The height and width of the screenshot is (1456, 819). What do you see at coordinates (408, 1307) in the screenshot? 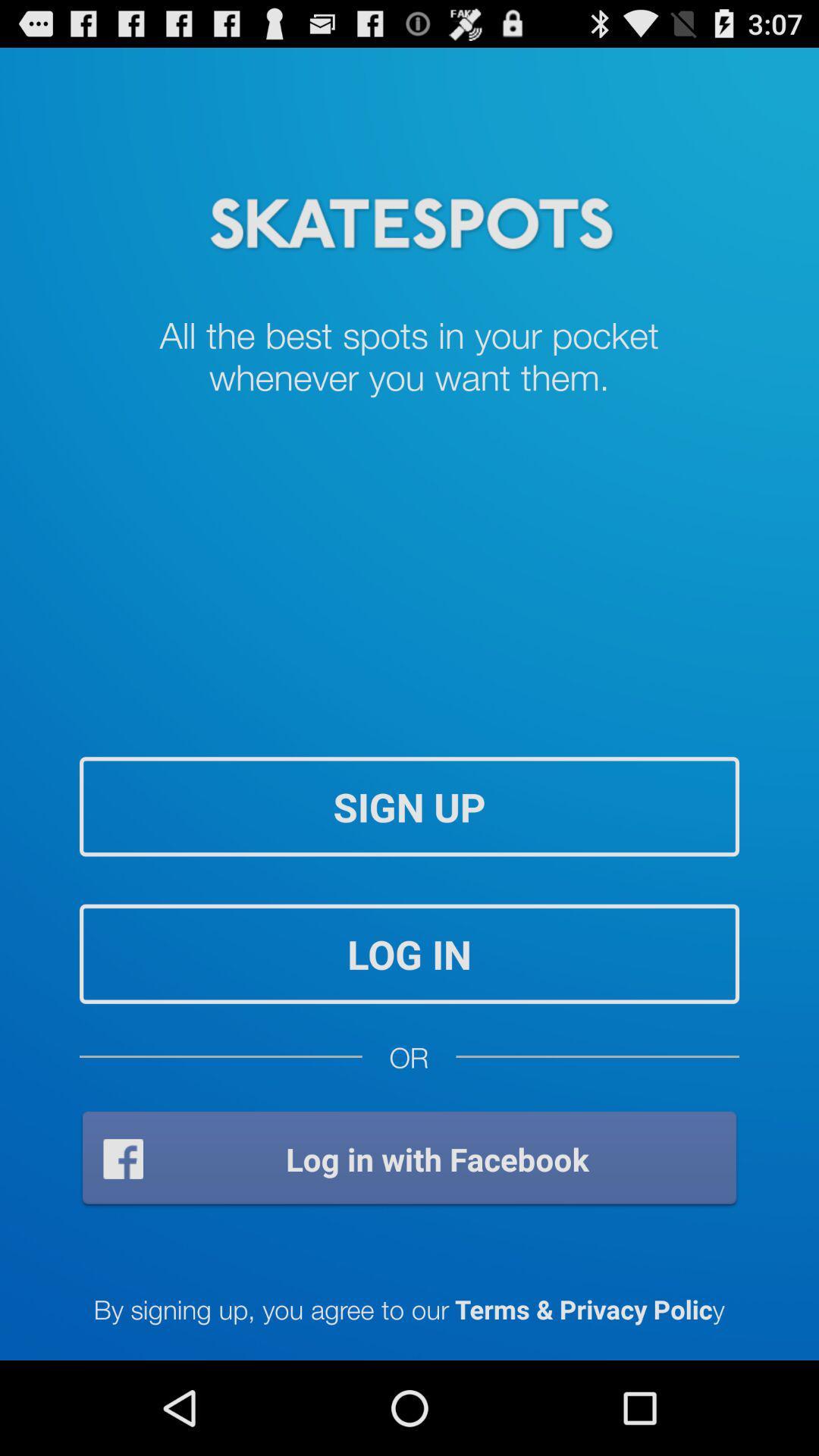
I see `by signing up` at bounding box center [408, 1307].